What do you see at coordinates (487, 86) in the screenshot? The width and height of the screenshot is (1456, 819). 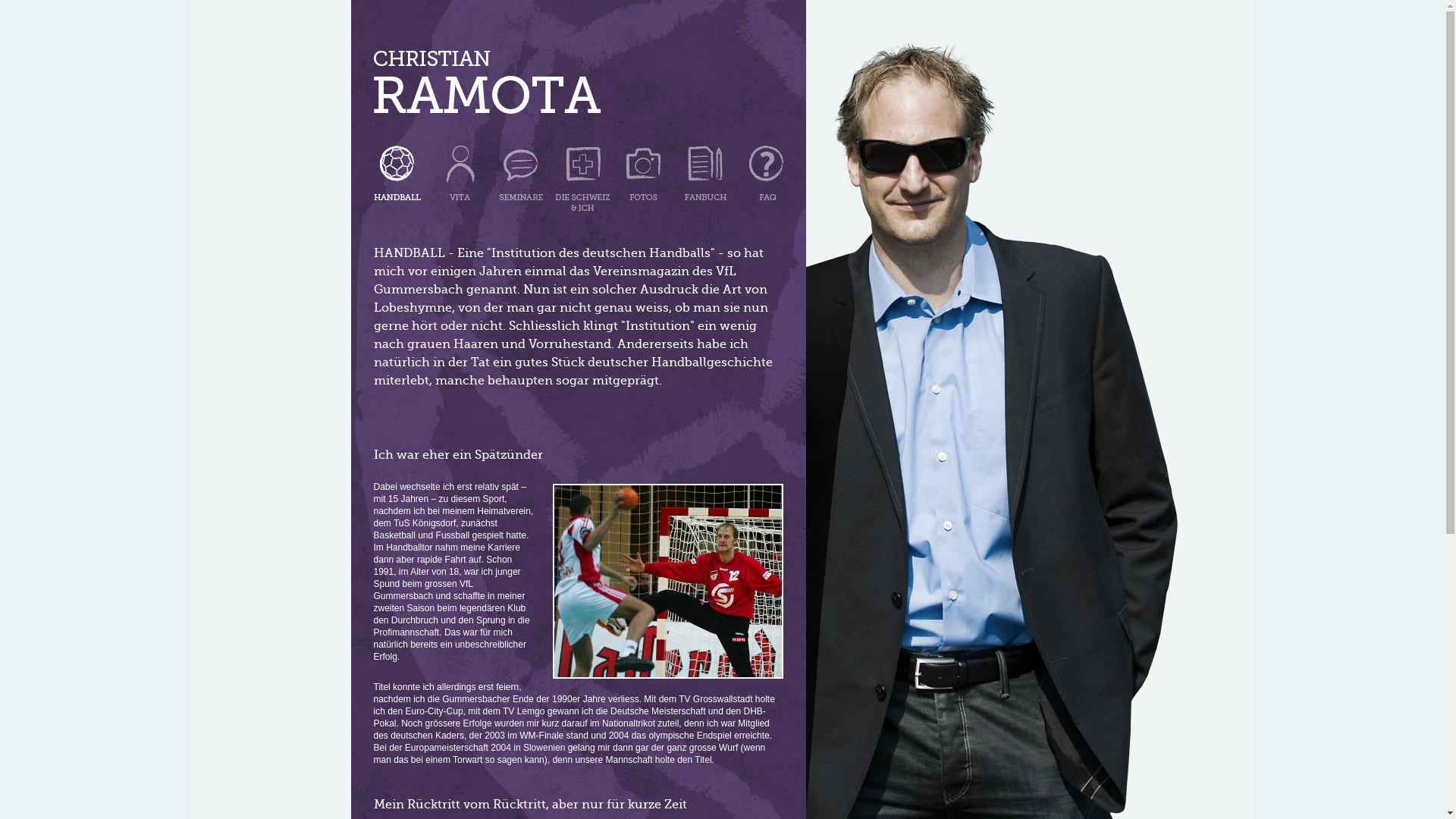 I see `' '` at bounding box center [487, 86].